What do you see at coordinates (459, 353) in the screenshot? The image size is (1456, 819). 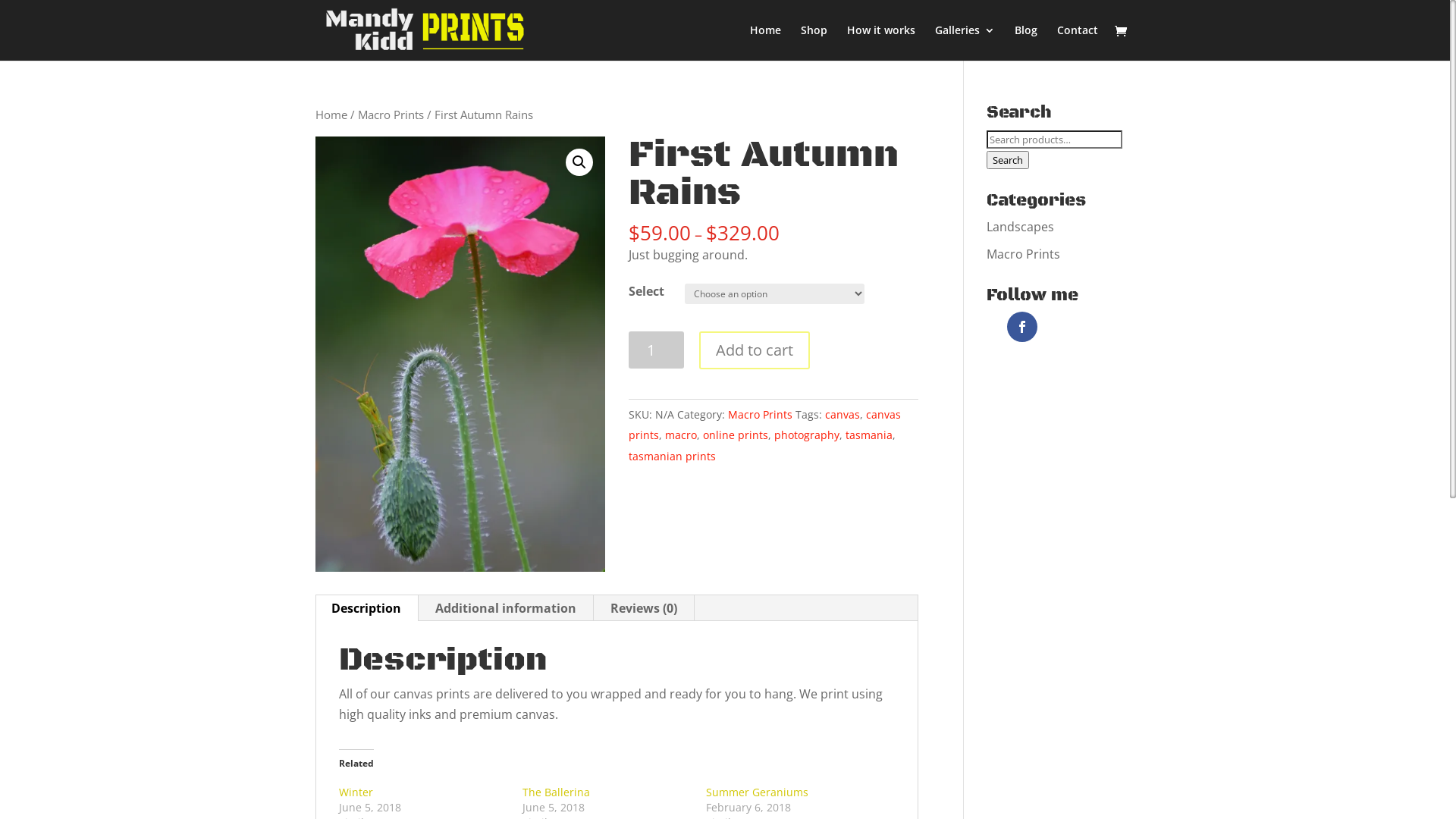 I see `'first autumn rains'` at bounding box center [459, 353].